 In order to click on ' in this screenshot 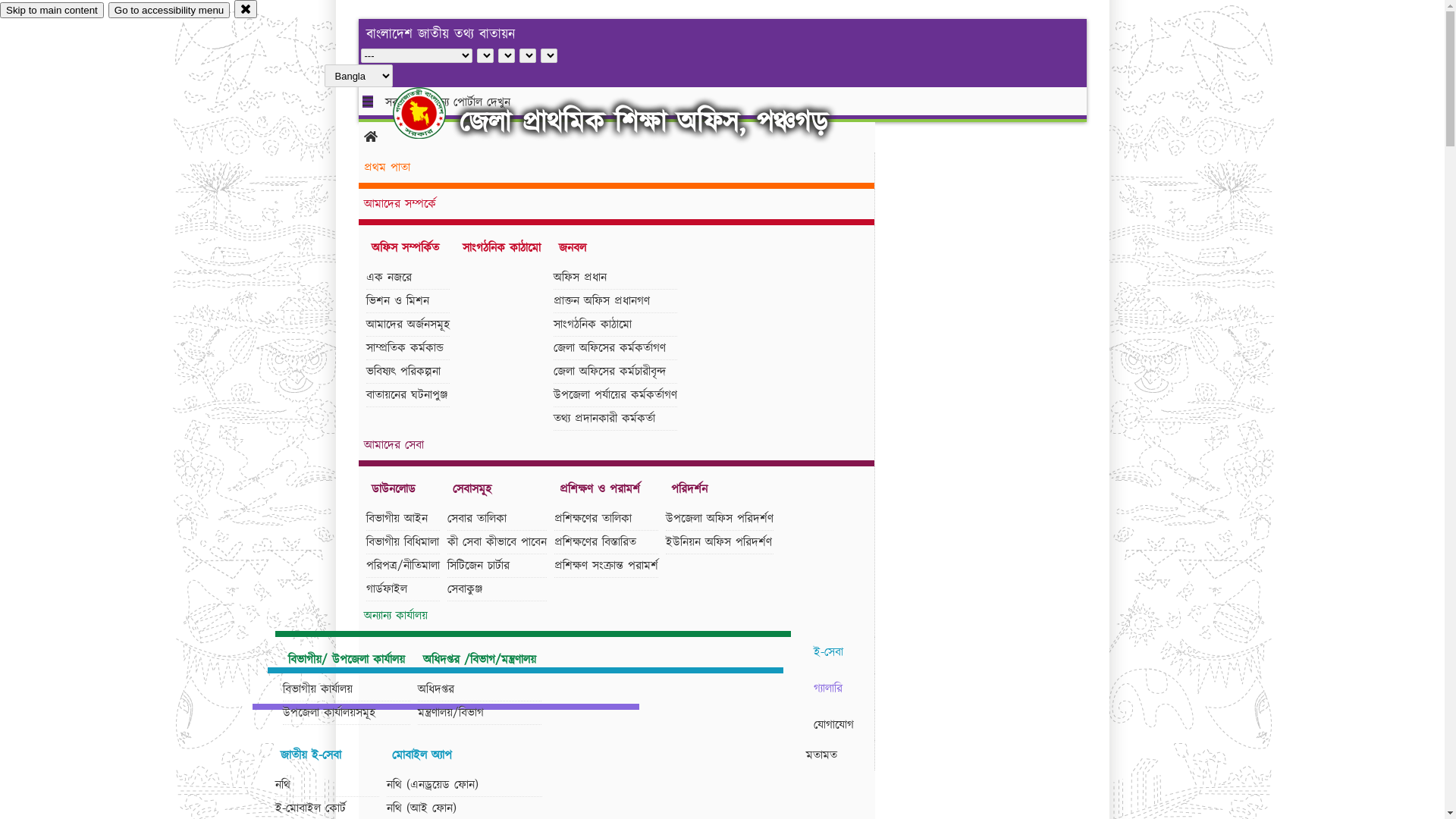, I will do `click(431, 112)`.